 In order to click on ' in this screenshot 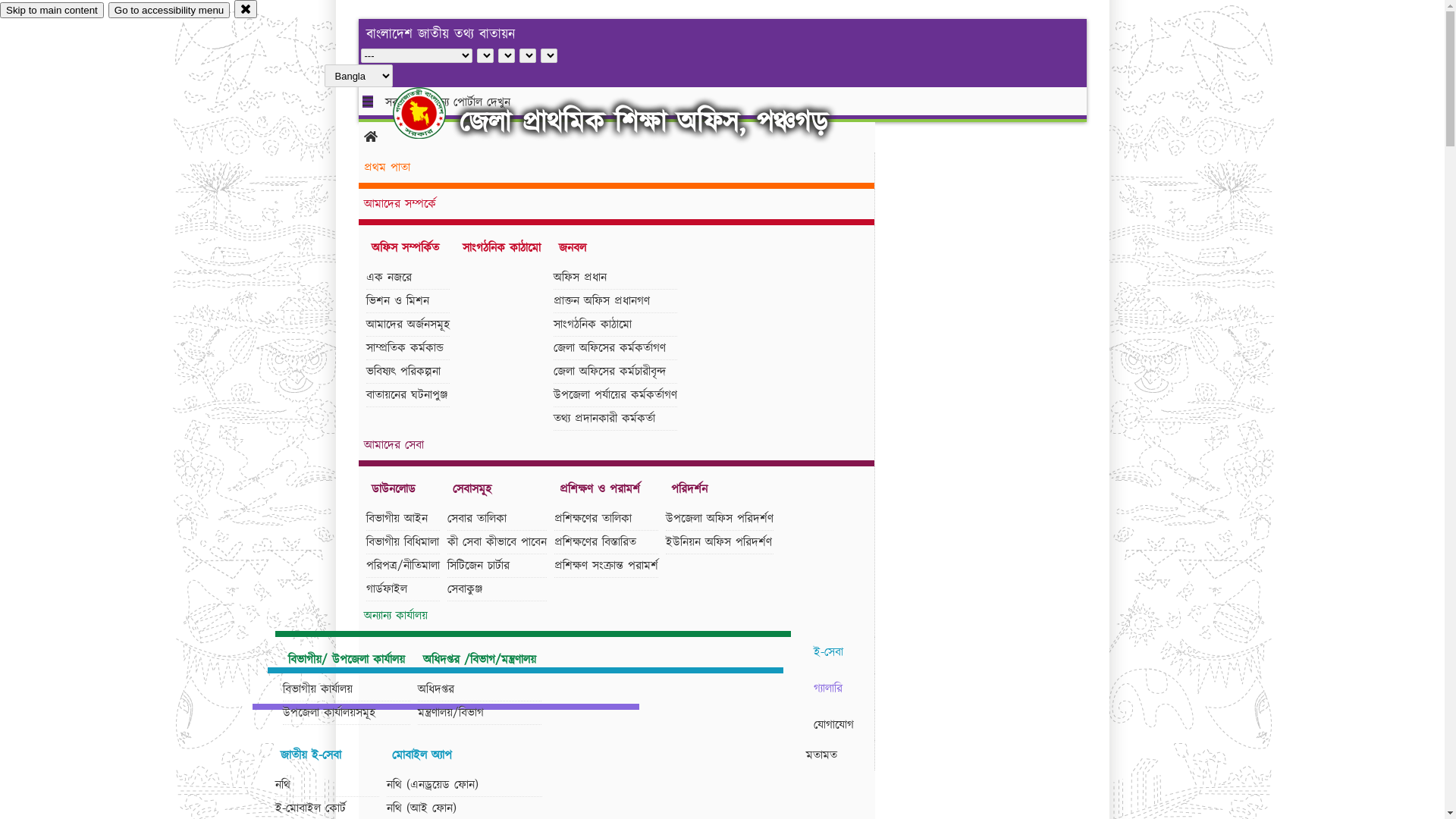, I will do `click(431, 112)`.